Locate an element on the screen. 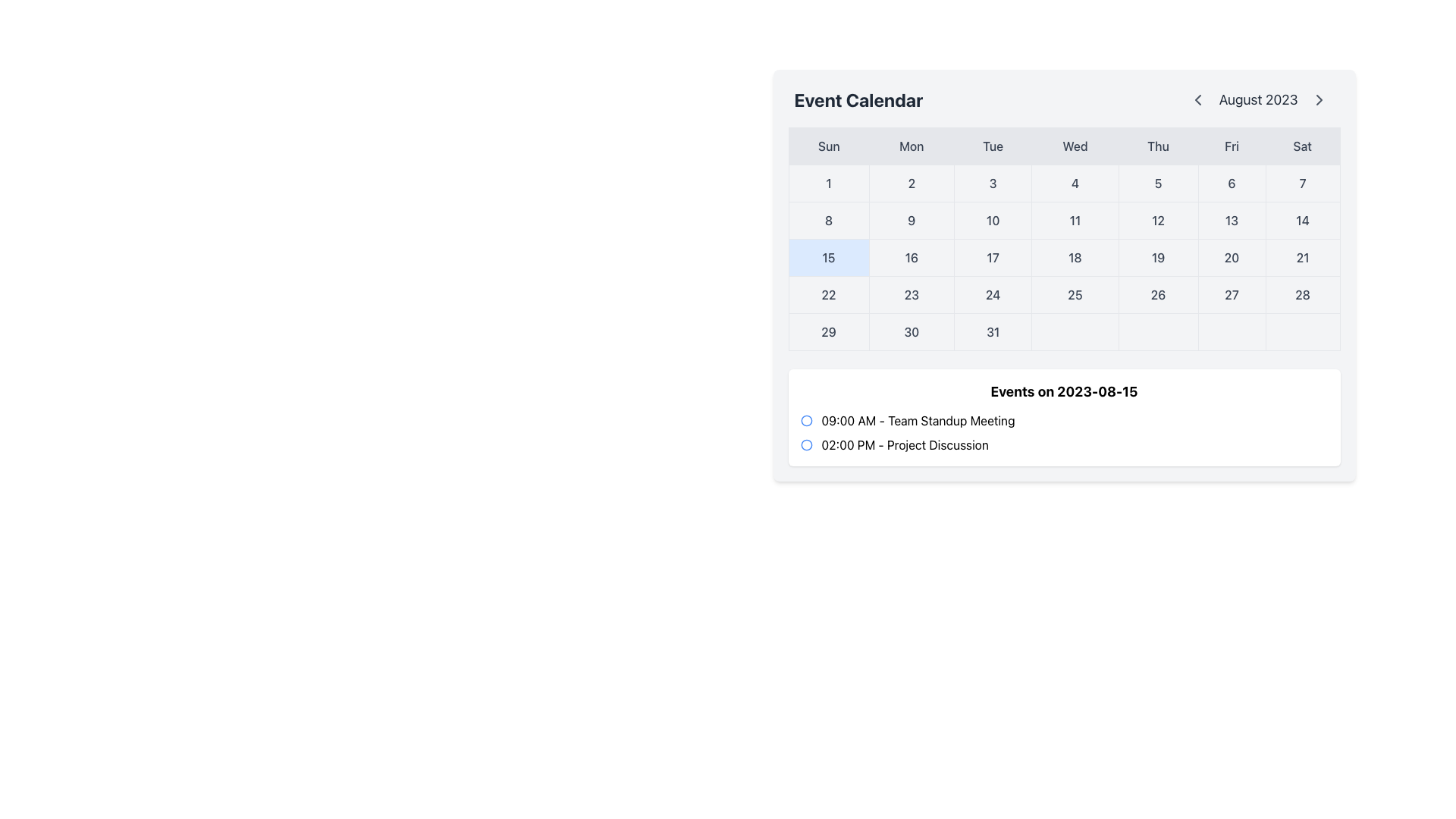 The image size is (1456, 819). the text label displaying '17', which is styled in bold and centered within a rectangular cell in the 'Tue' column of a calendar interface is located at coordinates (993, 256).